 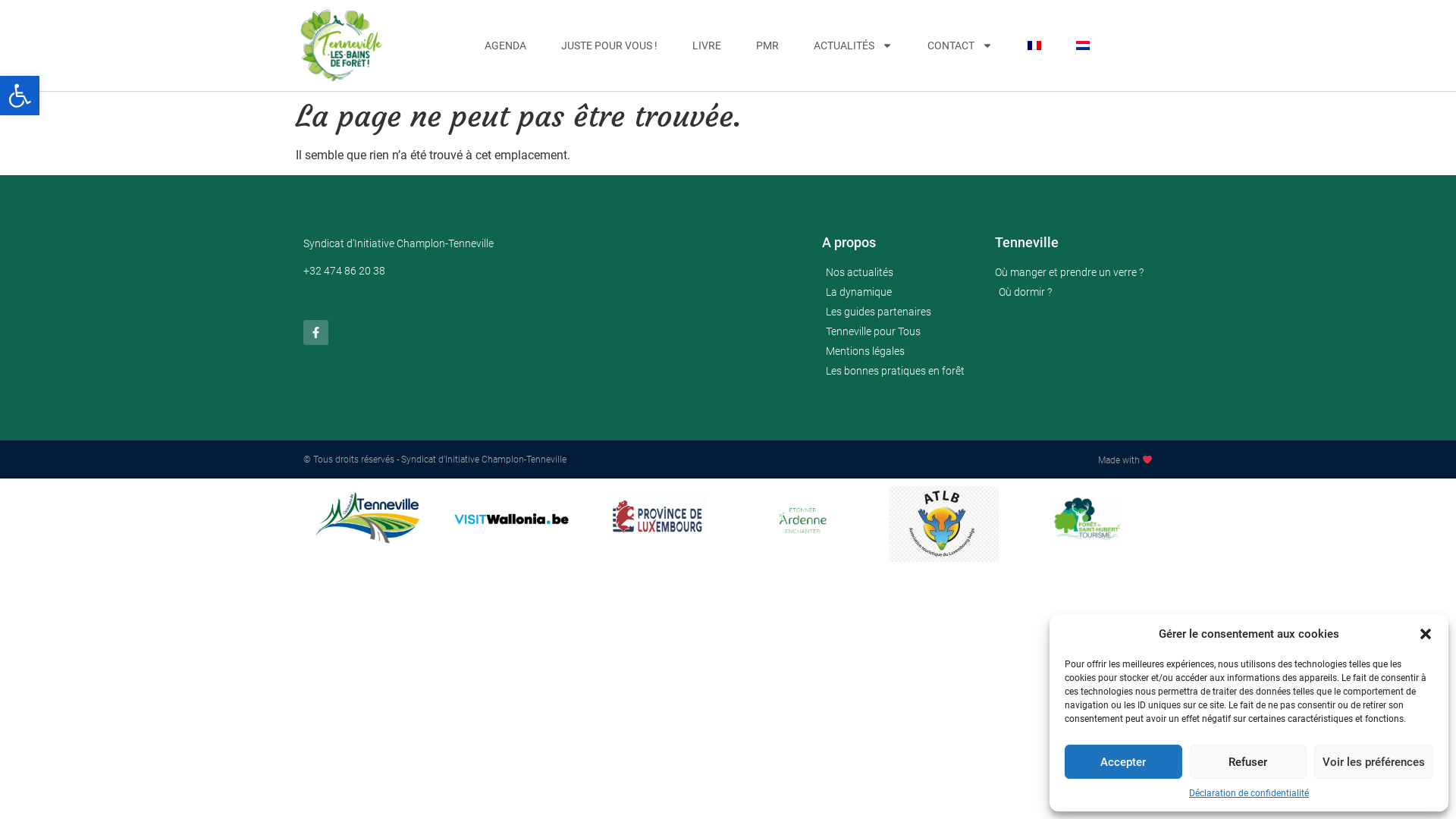 What do you see at coordinates (705, 45) in the screenshot?
I see `'LIVRE'` at bounding box center [705, 45].